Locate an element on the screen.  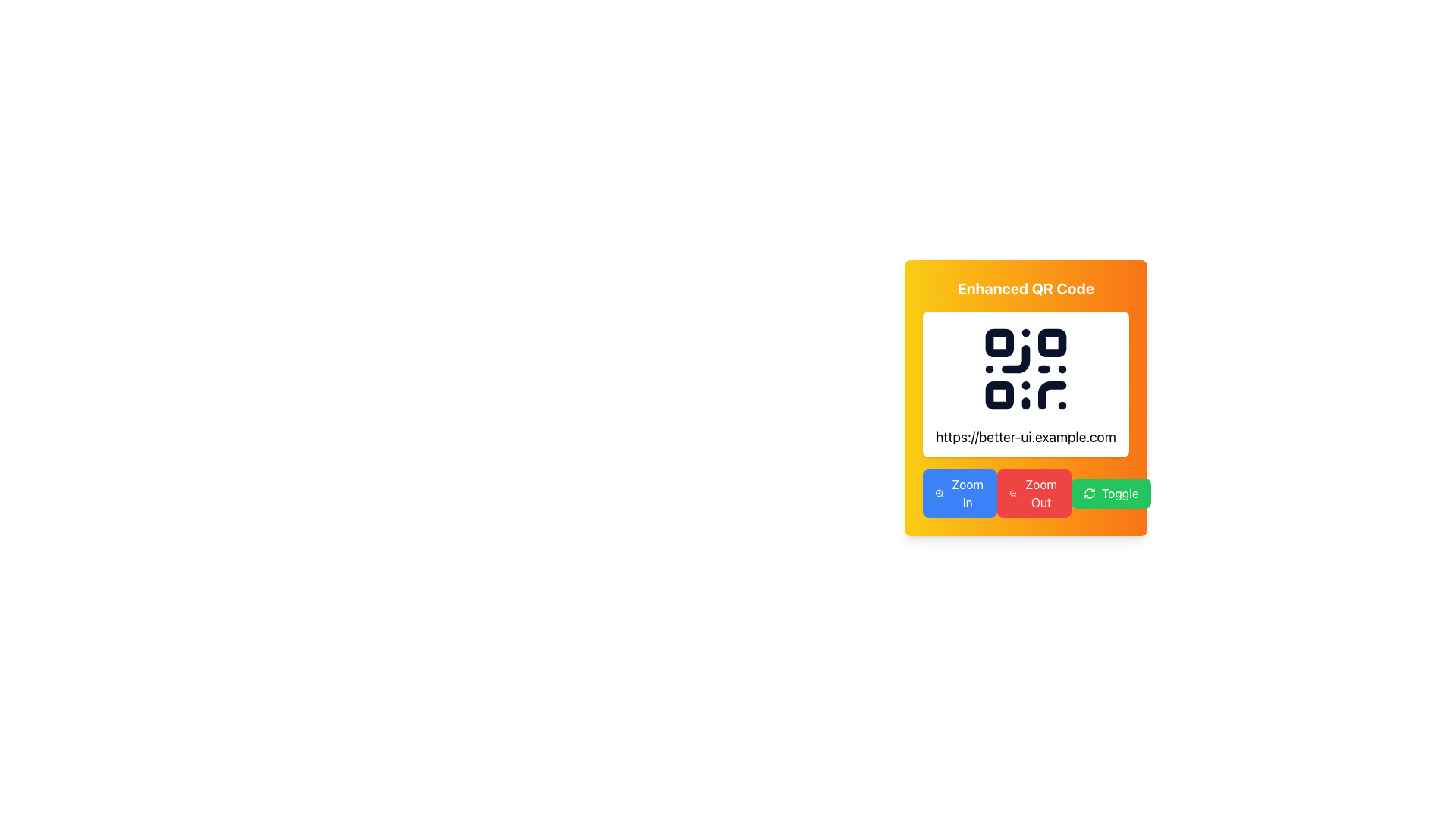
the green 'Toggle' button with rounded corners that features a refresh icon on the left is located at coordinates (1111, 494).